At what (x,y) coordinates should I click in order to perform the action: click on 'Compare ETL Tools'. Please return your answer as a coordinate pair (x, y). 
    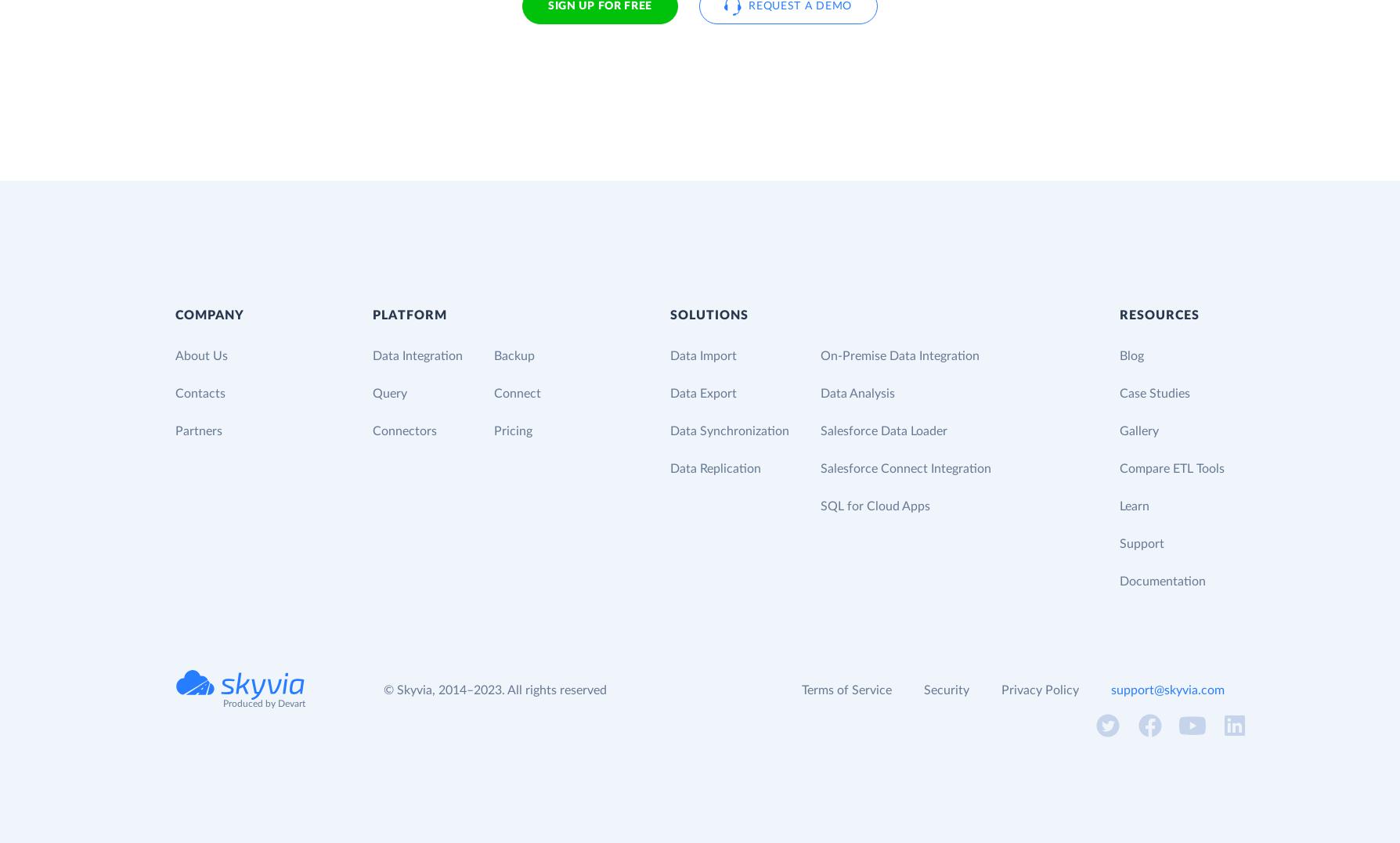
    Looking at the image, I should click on (1171, 467).